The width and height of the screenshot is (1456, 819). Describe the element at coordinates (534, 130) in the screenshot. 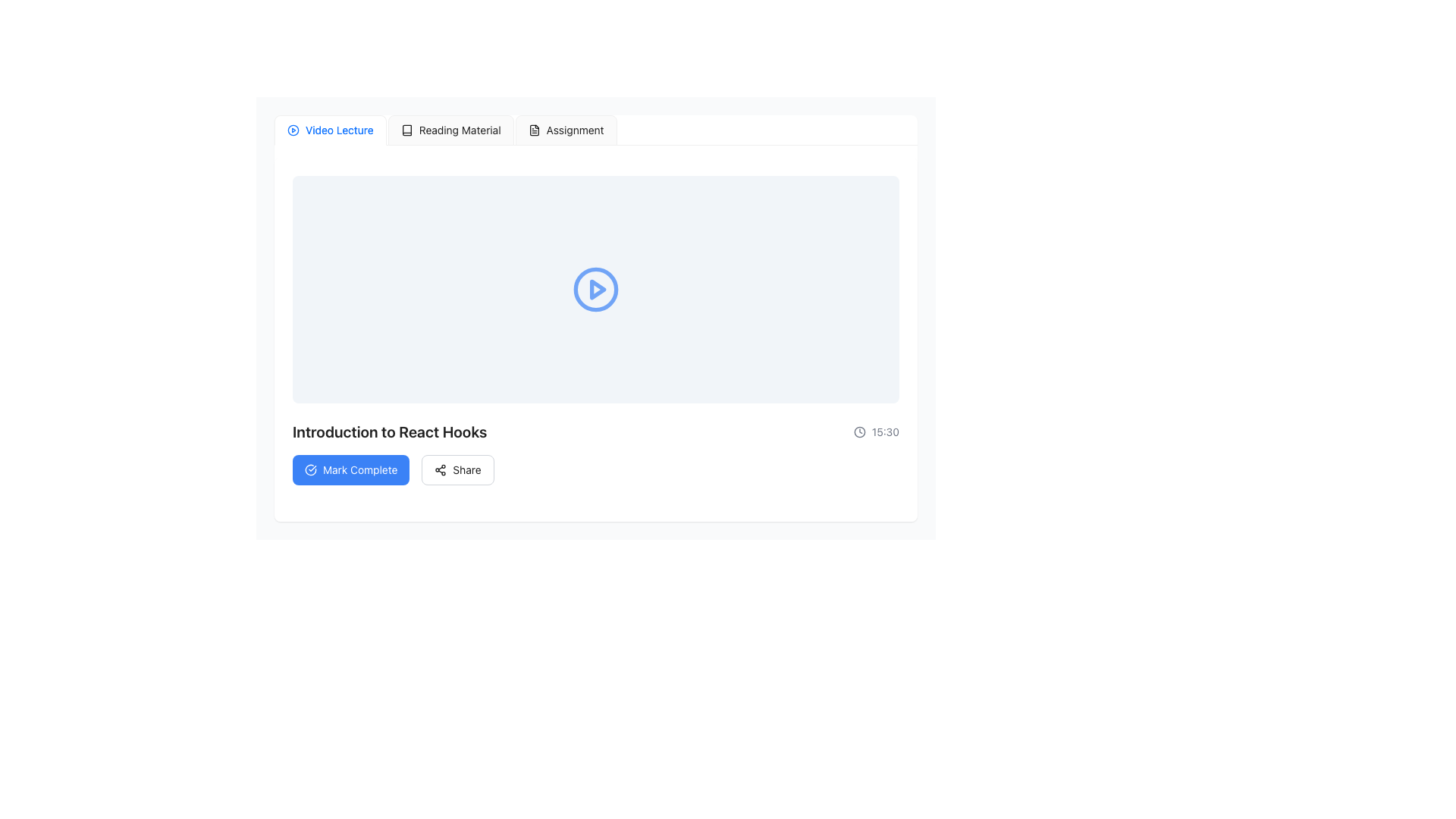

I see `the document icon in the tabbed navigation interface located between the 'Reading Material' tab and the 'Video Lecture' tab` at that location.